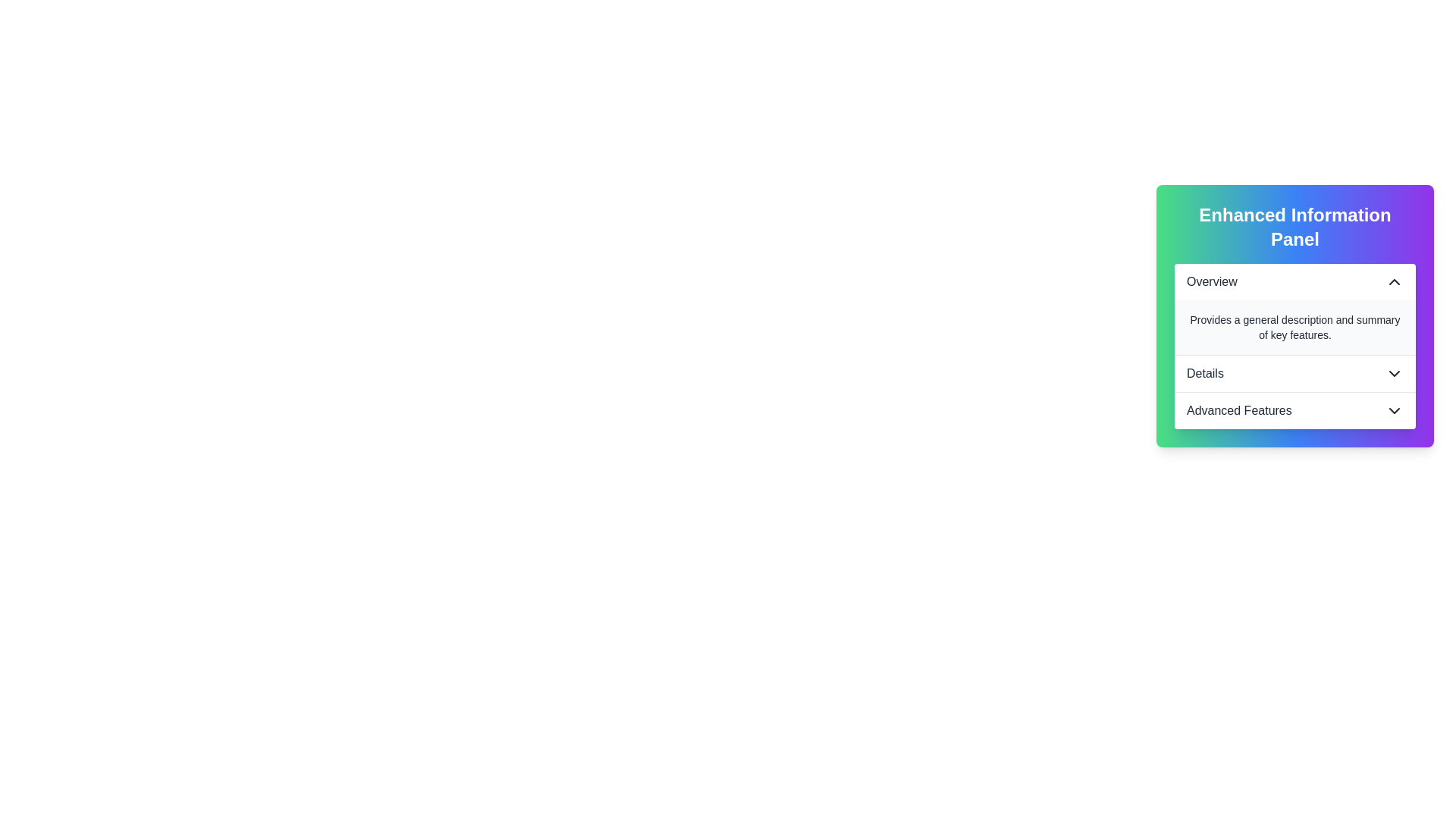  I want to click on the downward-facing chevron icon next to the 'Details' label, so click(1394, 374).